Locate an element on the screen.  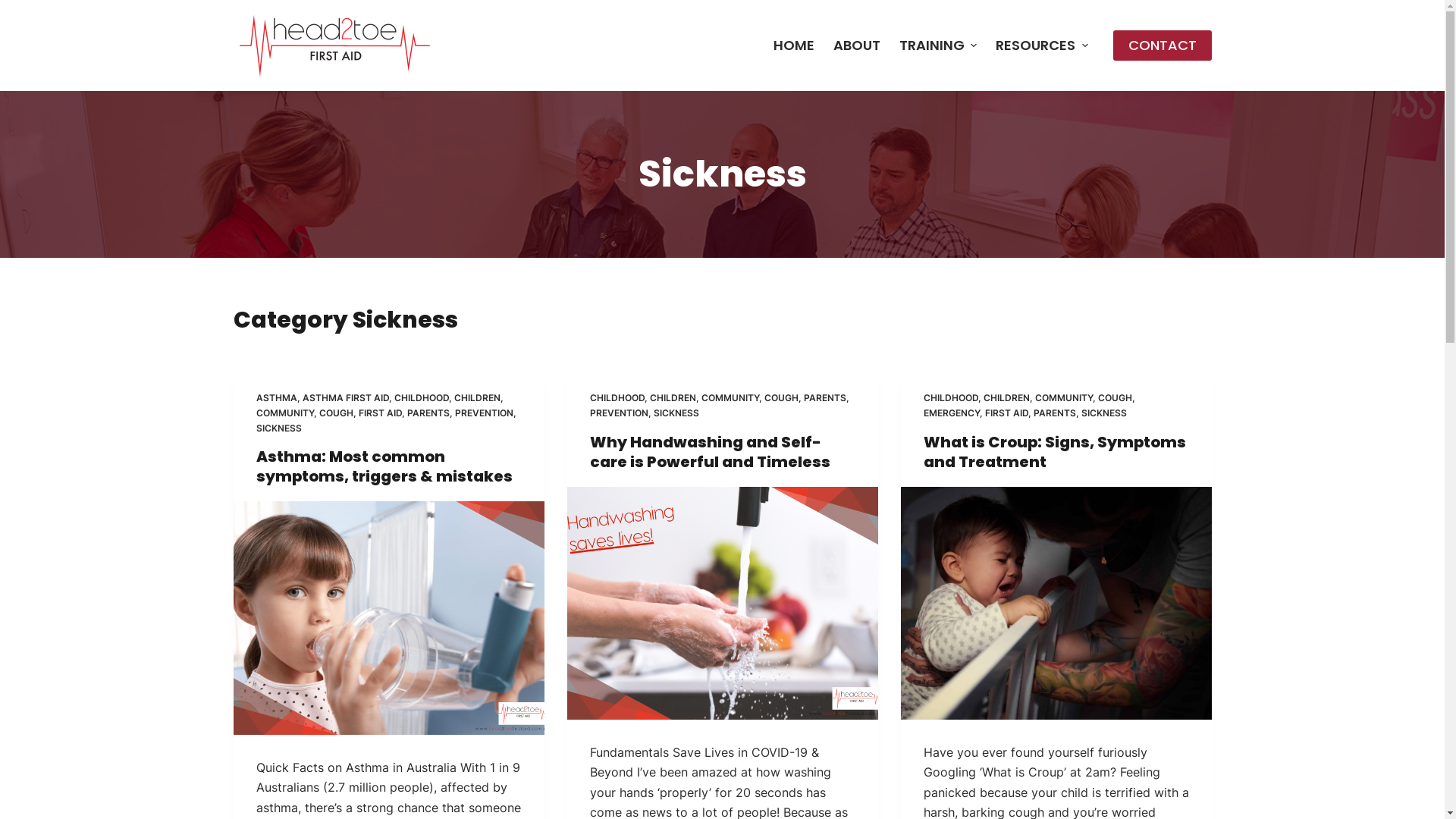
'SICKNESS' is located at coordinates (1103, 413).